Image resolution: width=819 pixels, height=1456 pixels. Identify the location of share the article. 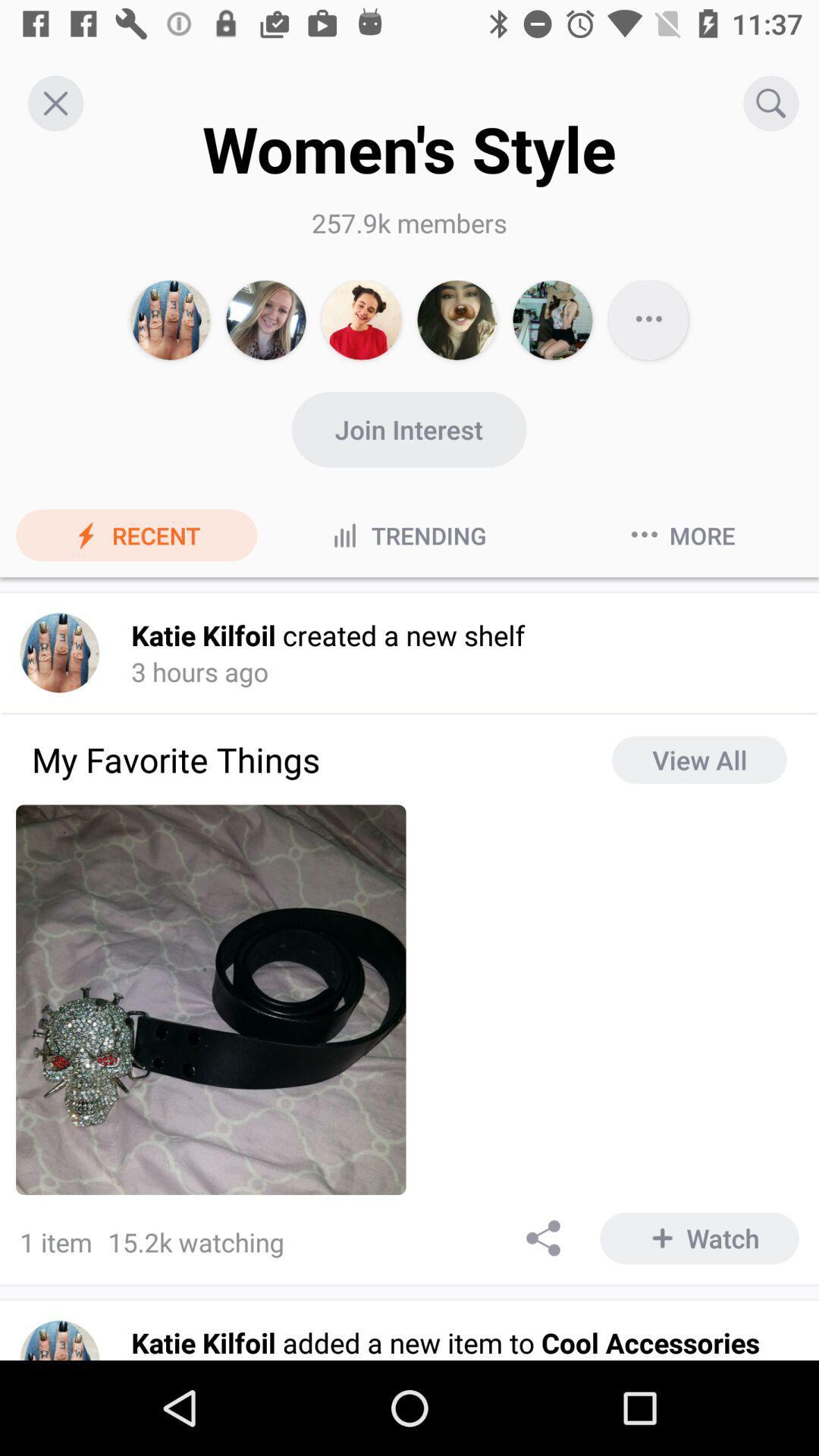
(543, 1238).